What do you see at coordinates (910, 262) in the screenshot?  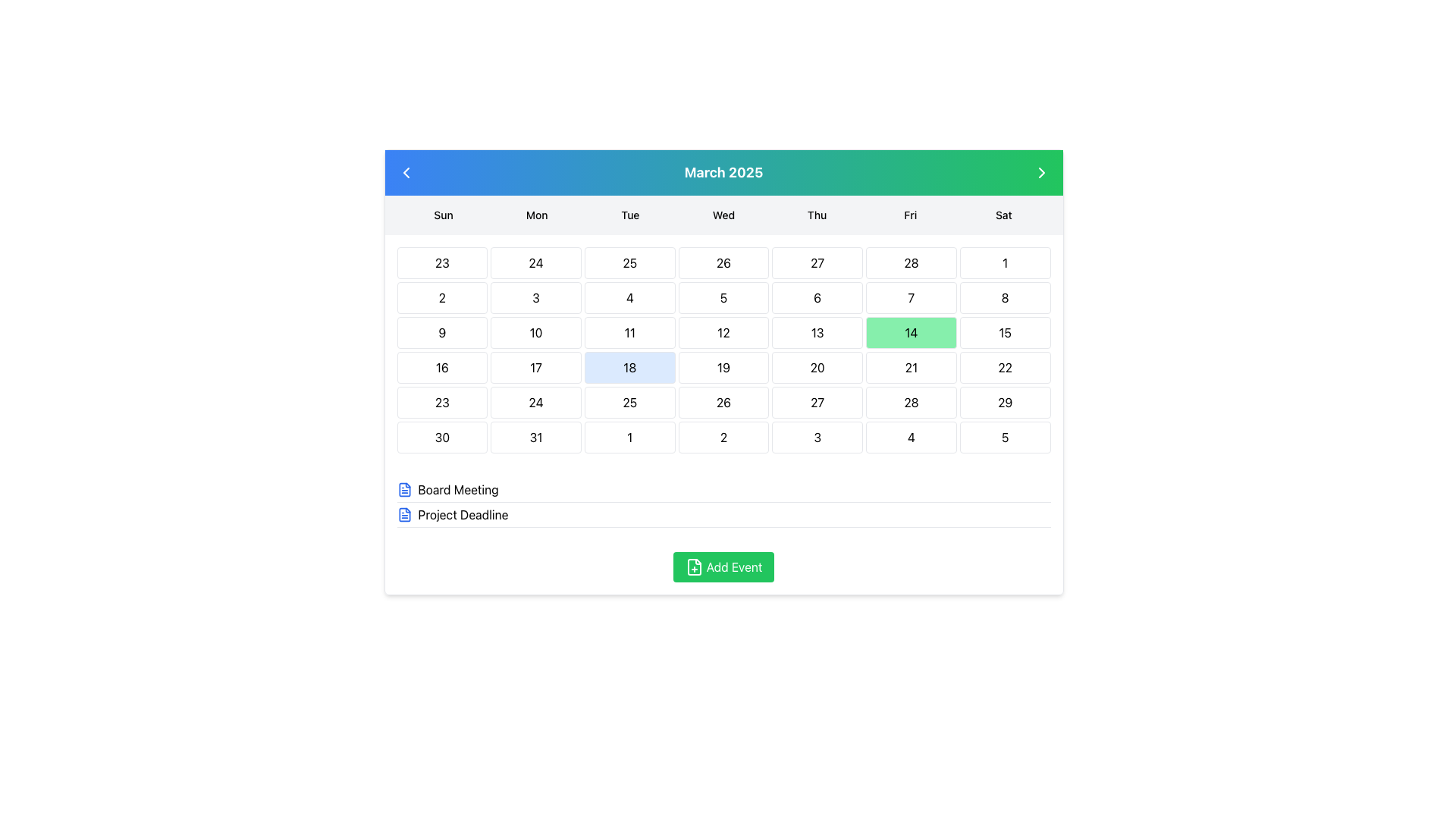 I see `the calendar cell displaying the number '28' located in the sixth column of the first row, under the 'Fri' label` at bounding box center [910, 262].